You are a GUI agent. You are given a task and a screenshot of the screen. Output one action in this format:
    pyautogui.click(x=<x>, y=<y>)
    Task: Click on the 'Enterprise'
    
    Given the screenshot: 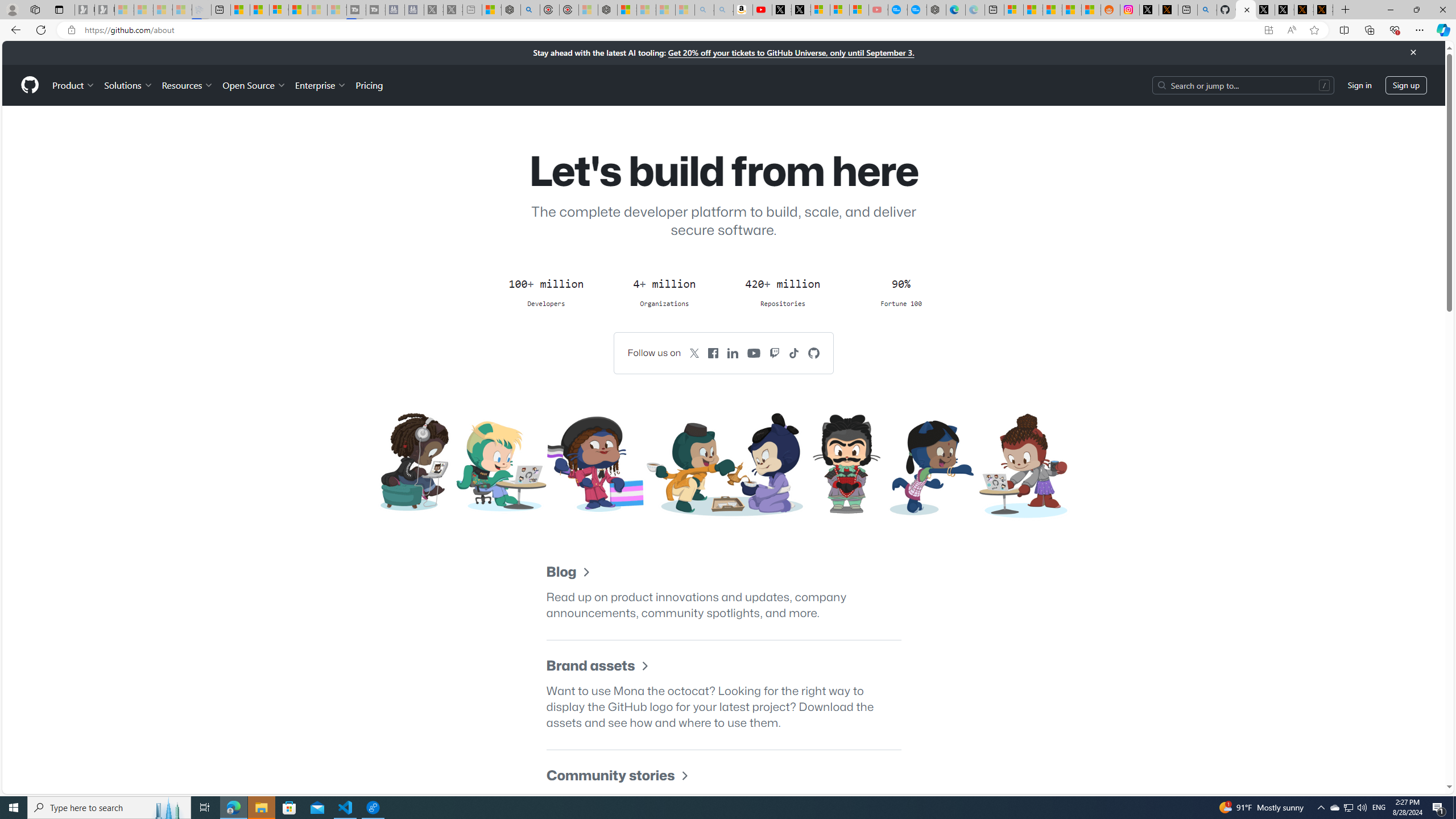 What is the action you would take?
    pyautogui.click(x=320, y=85)
    